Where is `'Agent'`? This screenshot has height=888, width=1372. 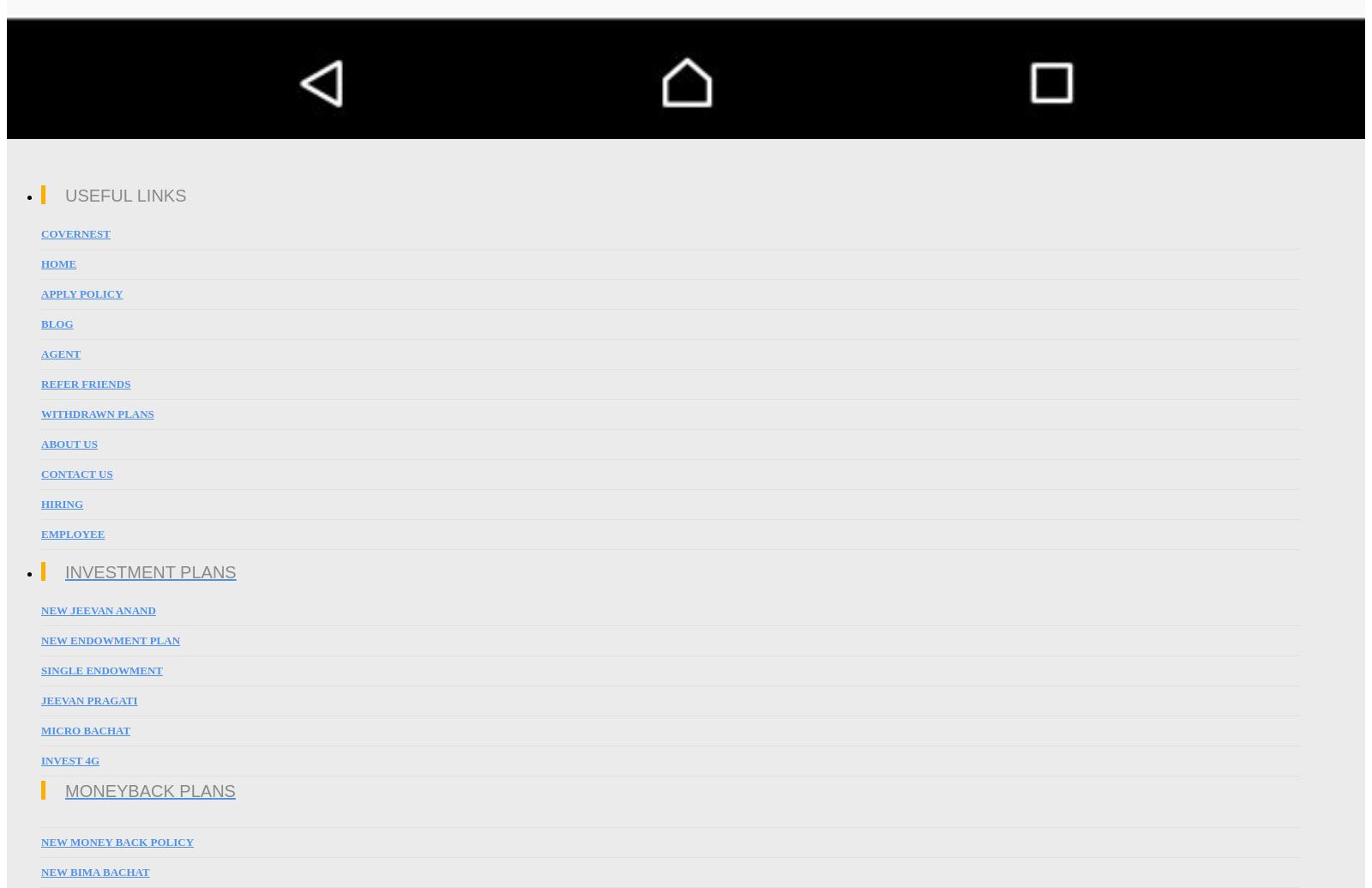 'Agent' is located at coordinates (60, 353).